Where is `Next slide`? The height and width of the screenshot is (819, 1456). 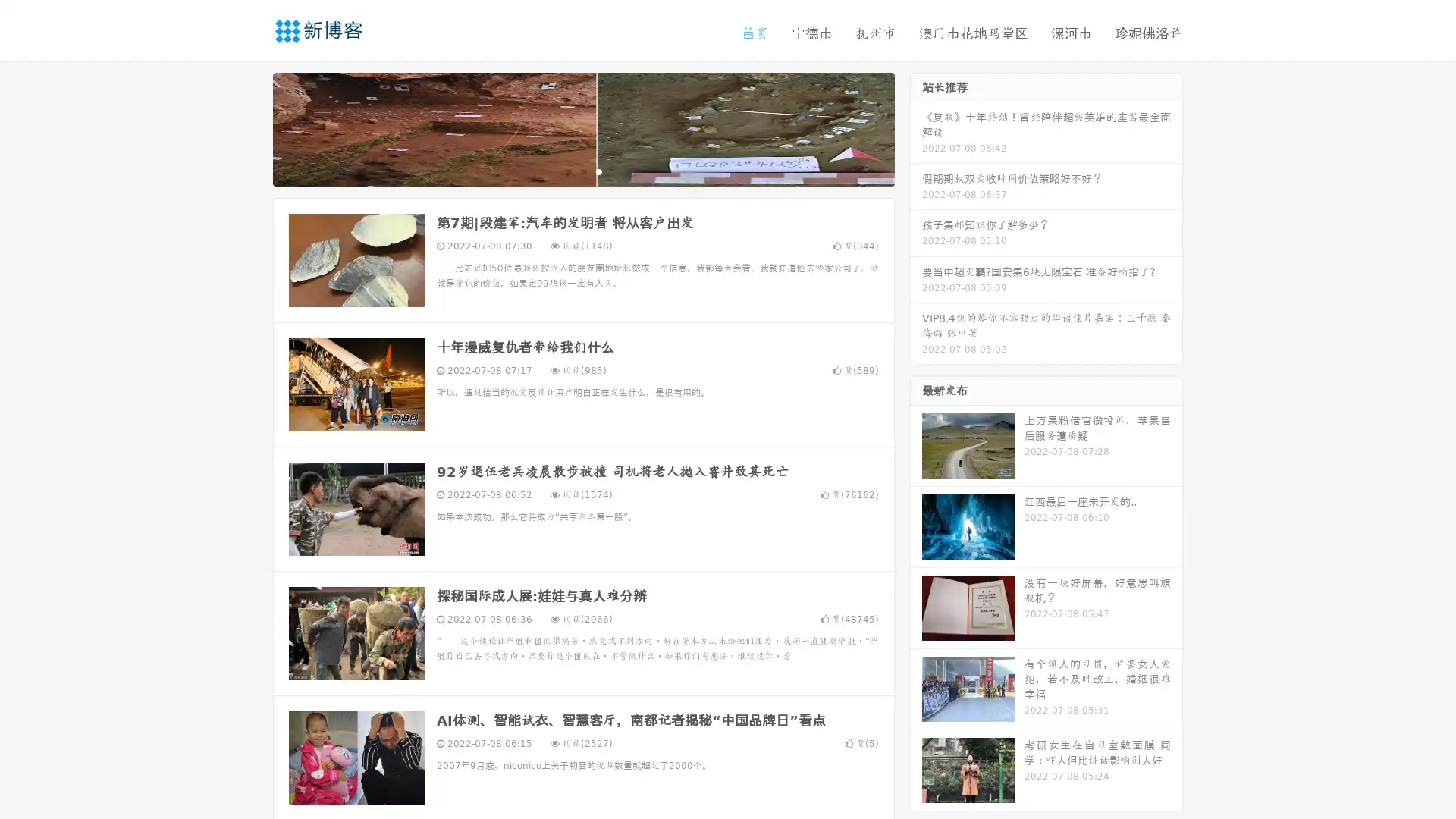 Next slide is located at coordinates (916, 127).